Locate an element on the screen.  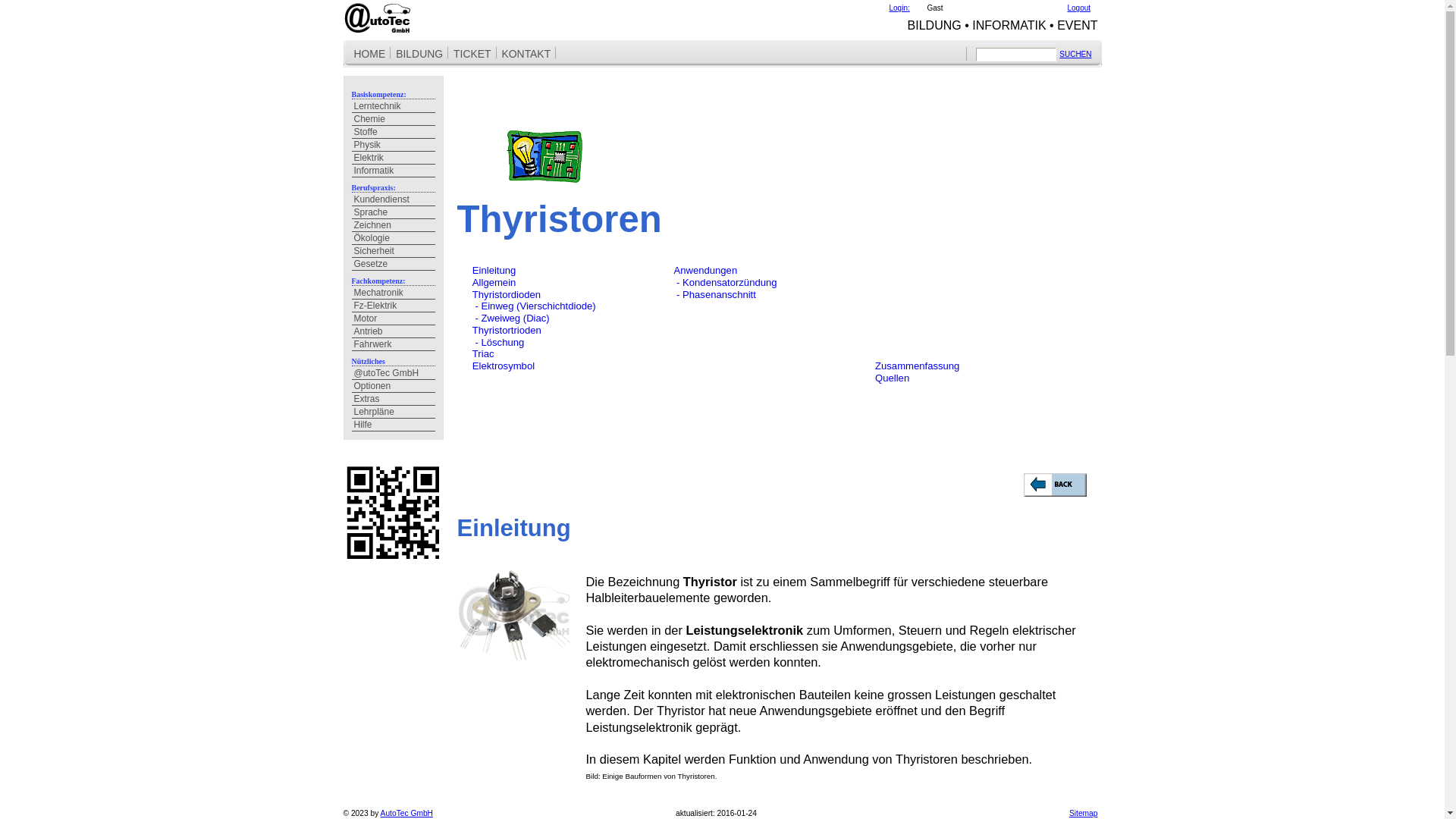
' ' is located at coordinates (457, 67).